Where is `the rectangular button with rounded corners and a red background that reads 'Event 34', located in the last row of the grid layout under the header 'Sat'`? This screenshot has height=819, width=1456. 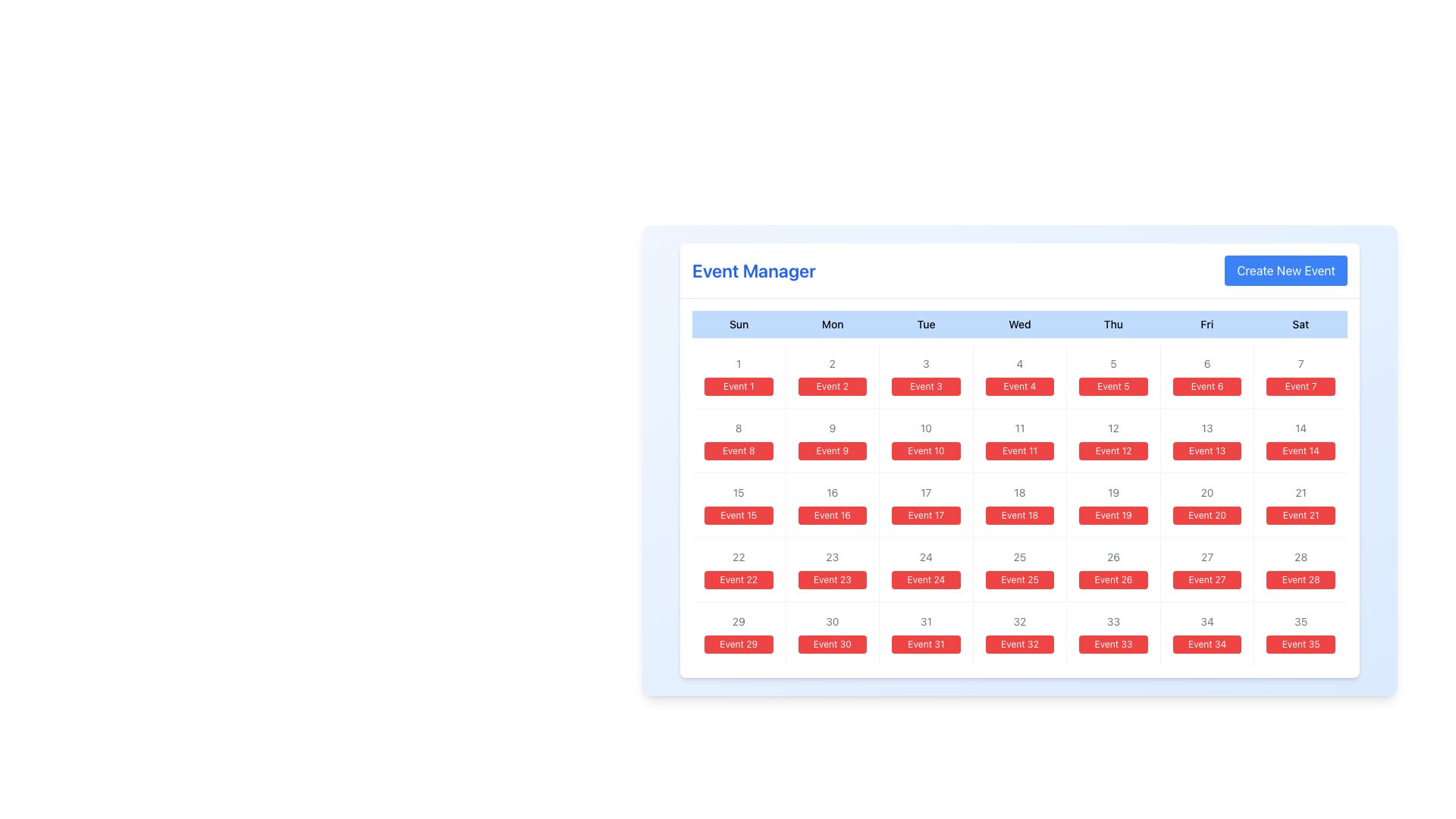 the rectangular button with rounded corners and a red background that reads 'Event 34', located in the last row of the grid layout under the header 'Sat' is located at coordinates (1207, 644).